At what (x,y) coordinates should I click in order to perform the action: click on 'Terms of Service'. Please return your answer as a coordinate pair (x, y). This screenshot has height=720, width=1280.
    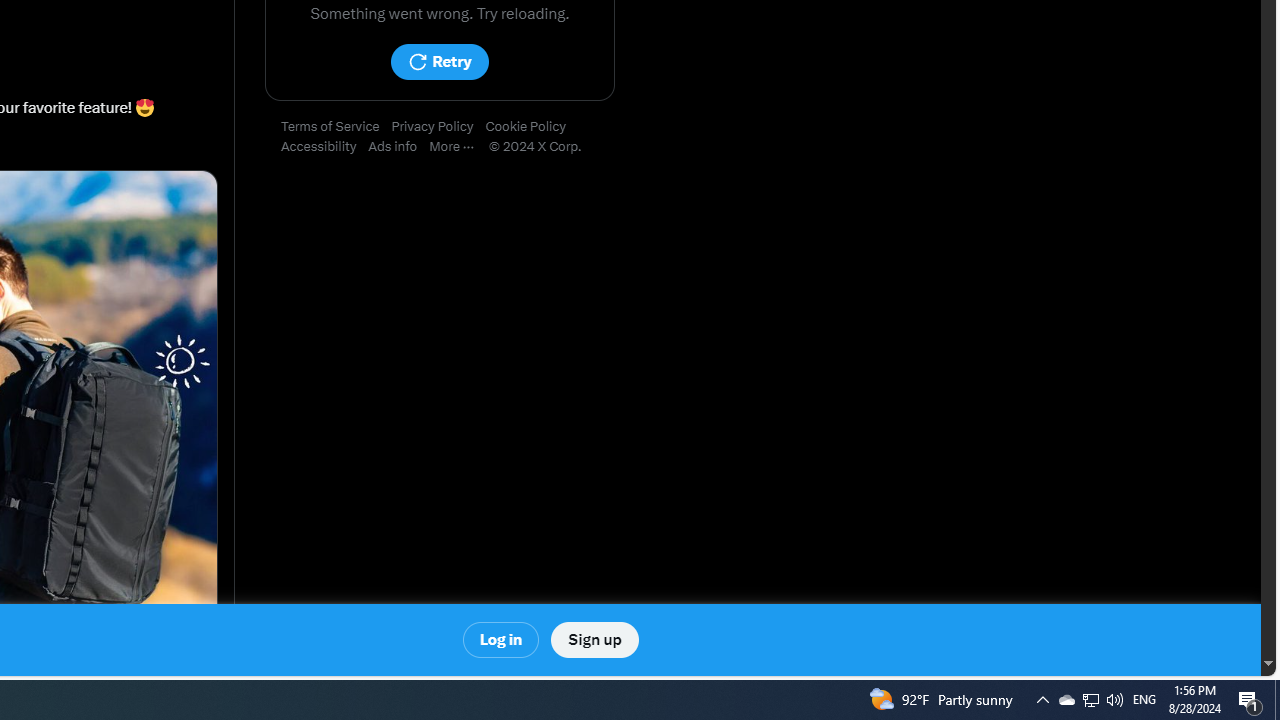
    Looking at the image, I should click on (336, 127).